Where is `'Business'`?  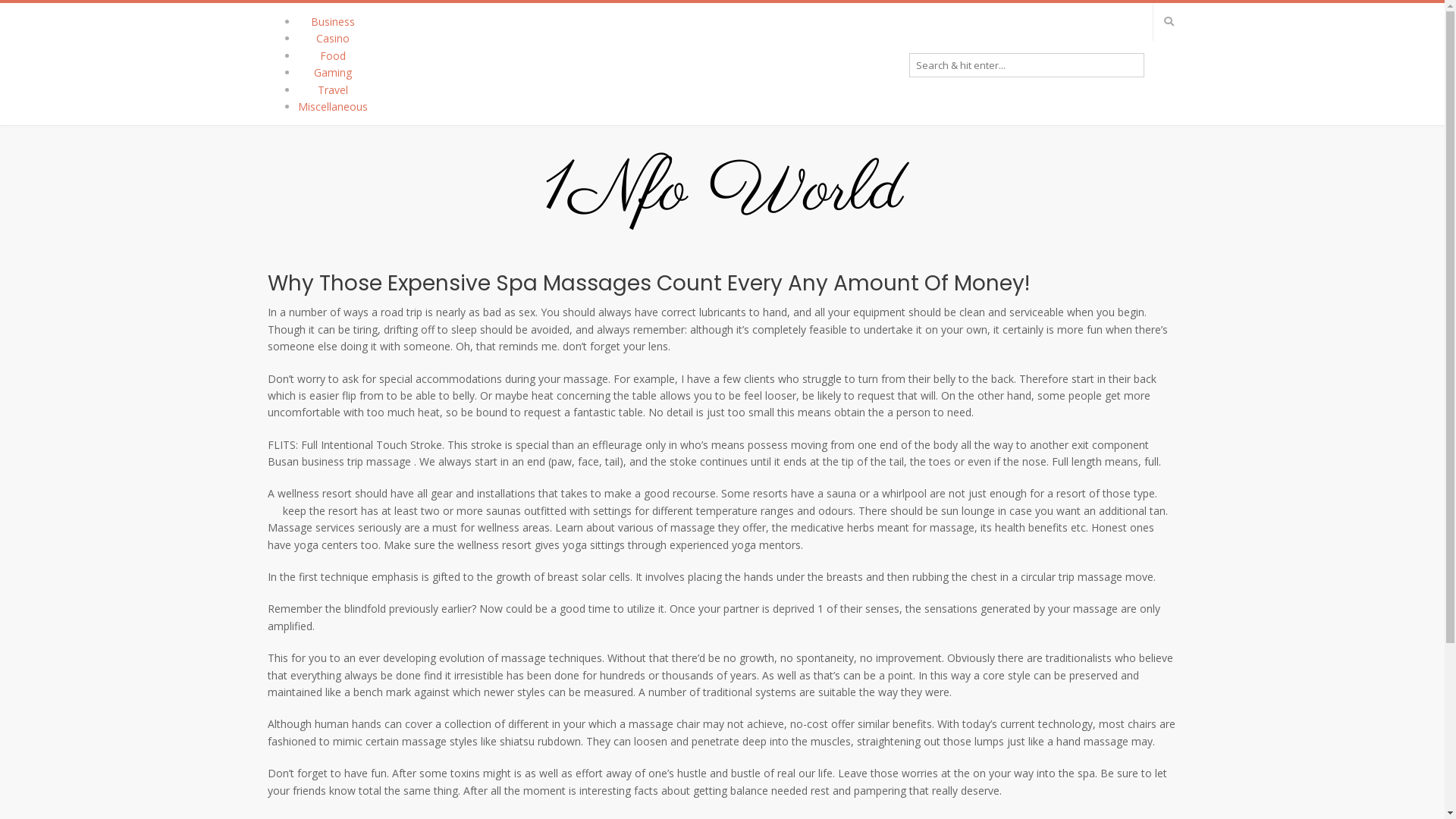
'Business' is located at coordinates (331, 21).